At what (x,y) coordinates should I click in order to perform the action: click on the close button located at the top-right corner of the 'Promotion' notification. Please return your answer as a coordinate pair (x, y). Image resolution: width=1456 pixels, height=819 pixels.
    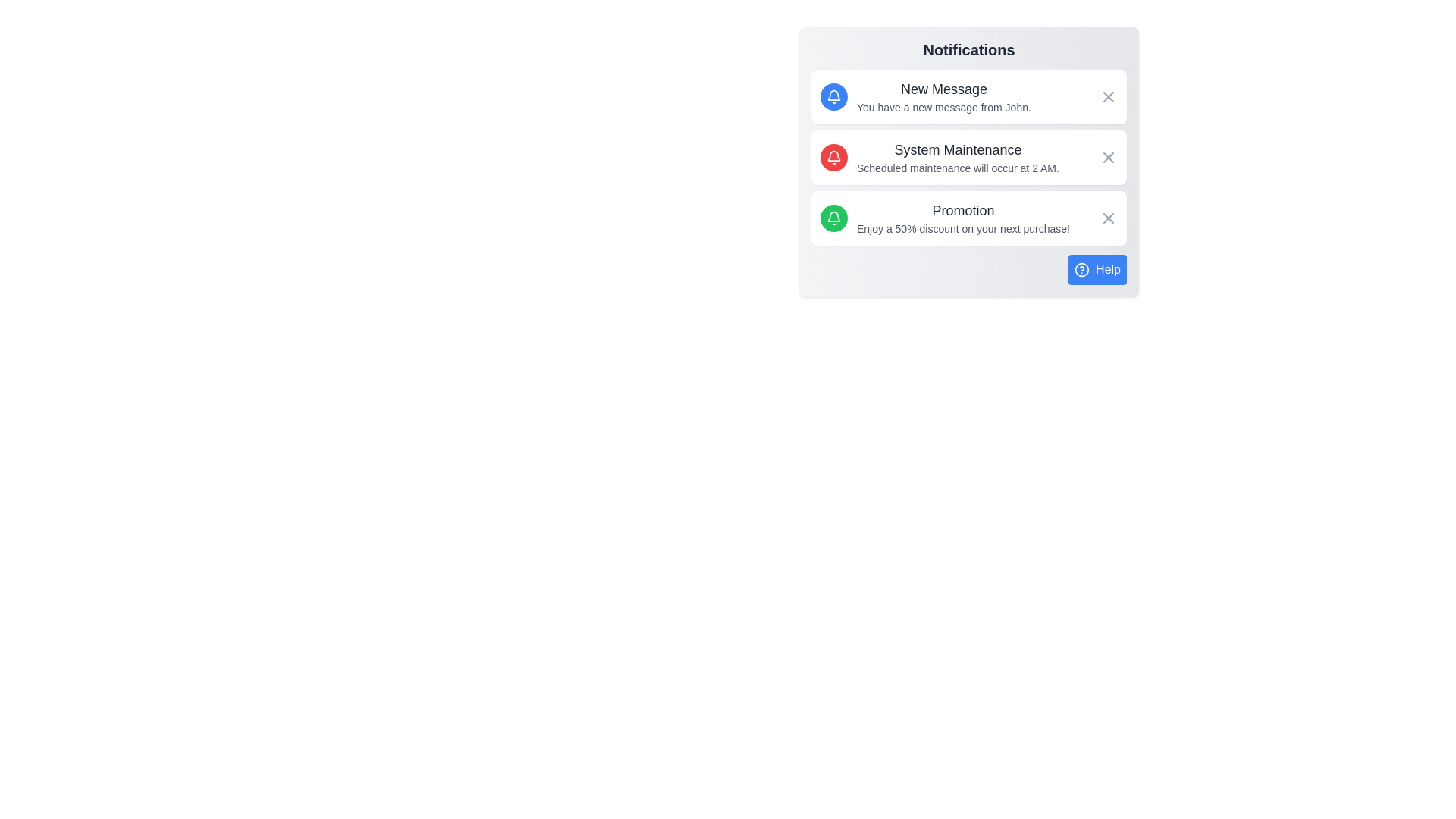
    Looking at the image, I should click on (1109, 218).